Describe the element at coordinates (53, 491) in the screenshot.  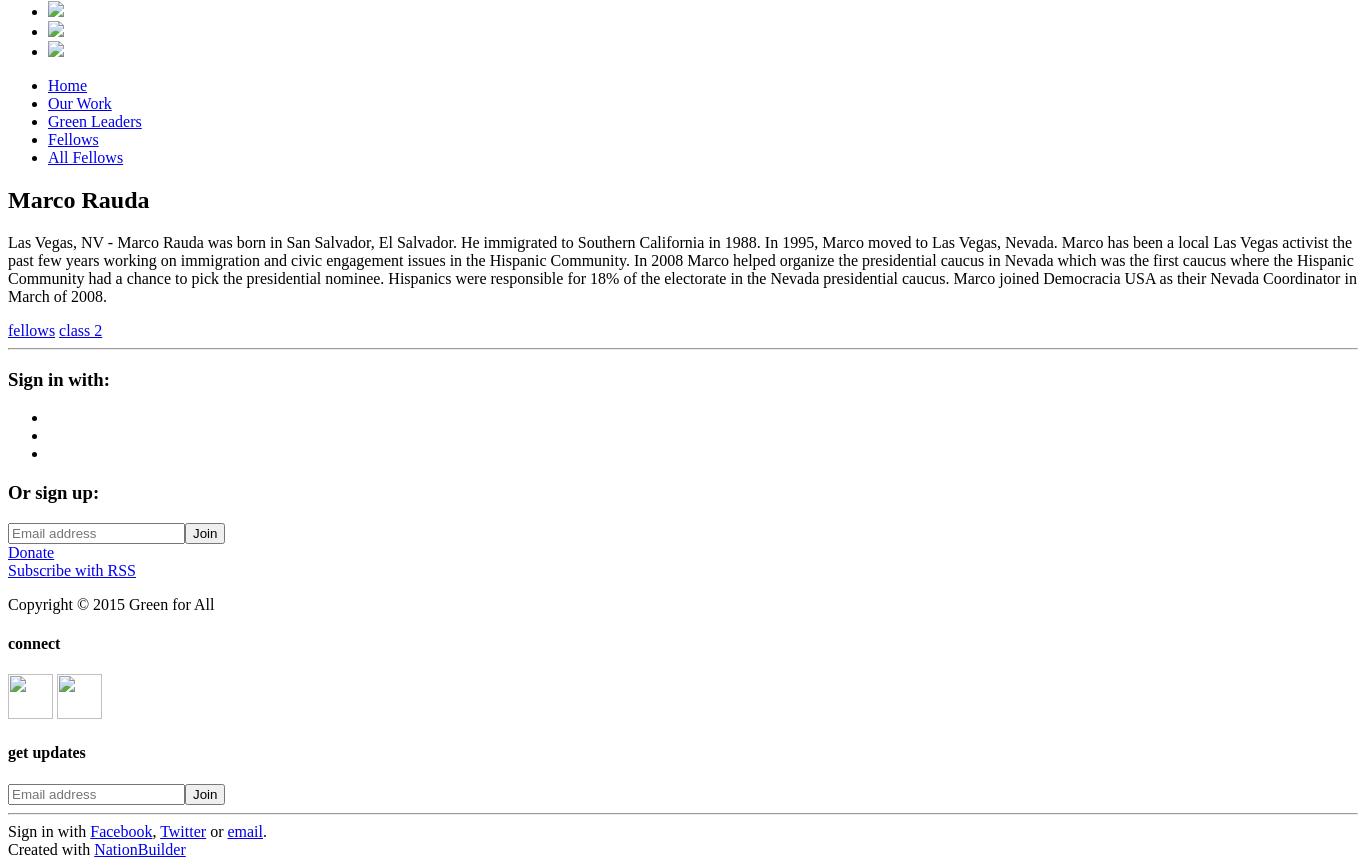
I see `'Or sign up:'` at that location.